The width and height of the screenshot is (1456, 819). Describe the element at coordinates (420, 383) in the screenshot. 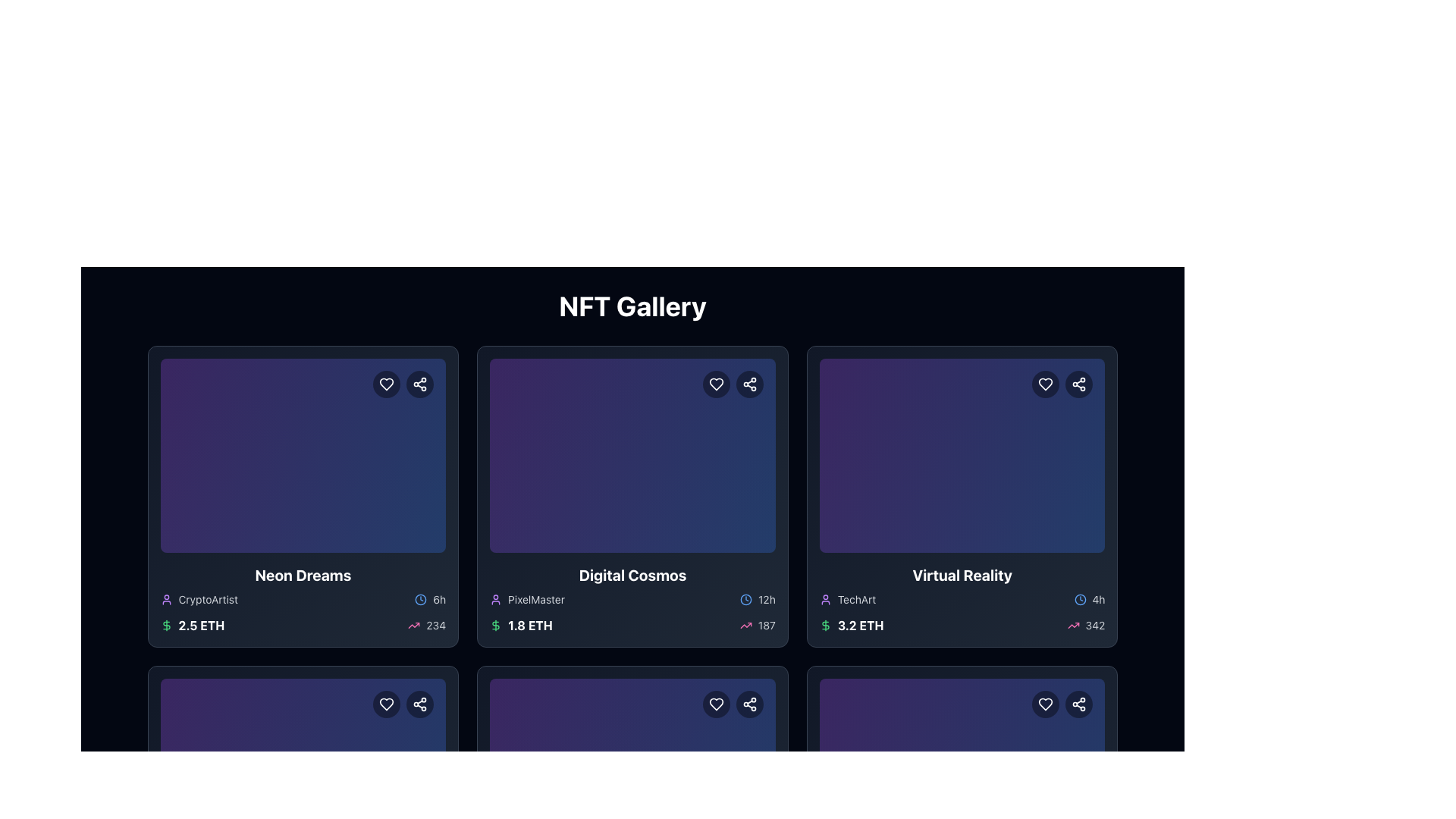

I see `the share button located in the top-right corner of the 'Neon Dreams' card` at that location.